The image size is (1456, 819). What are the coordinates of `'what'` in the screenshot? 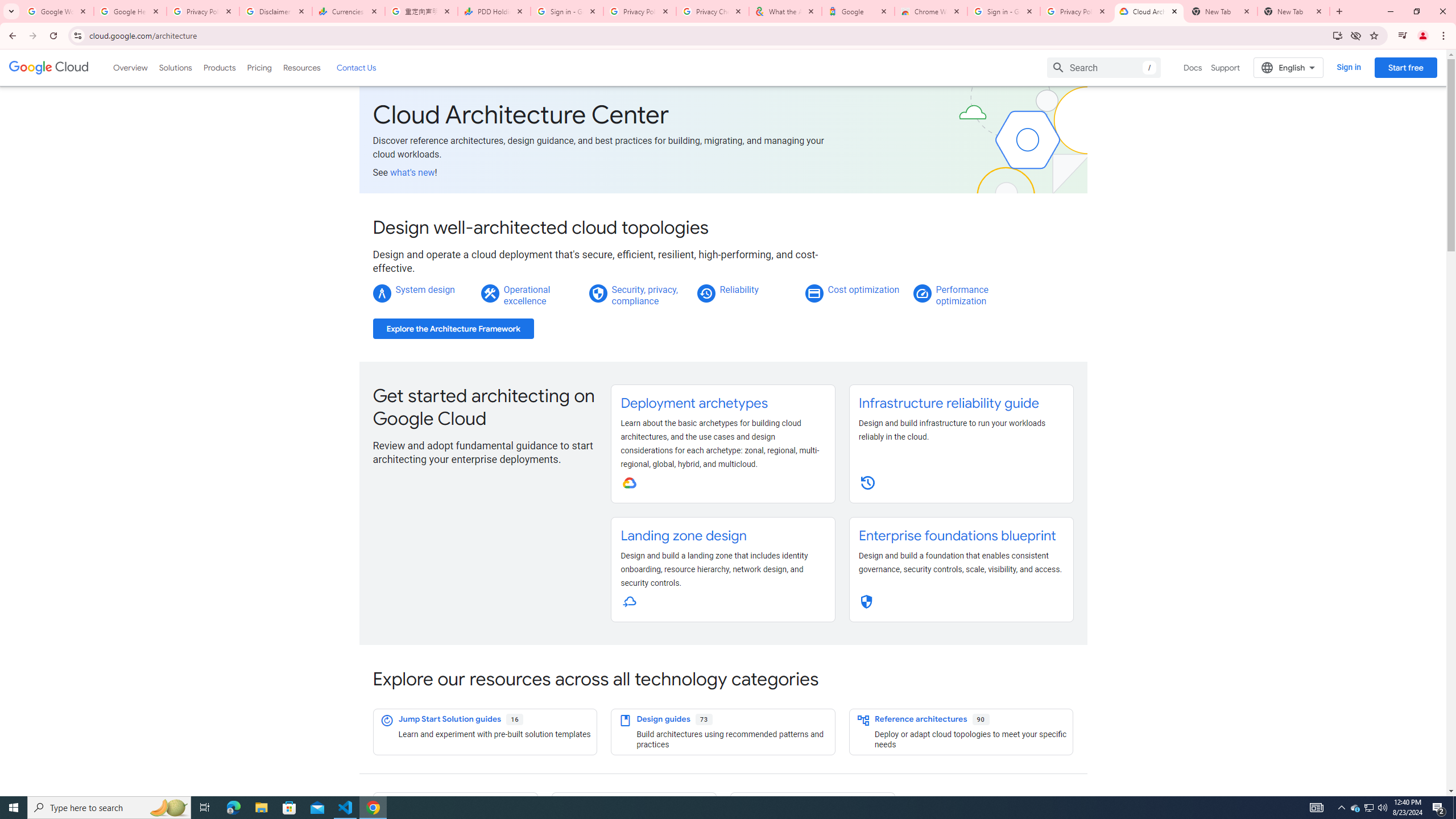 It's located at (412, 172).